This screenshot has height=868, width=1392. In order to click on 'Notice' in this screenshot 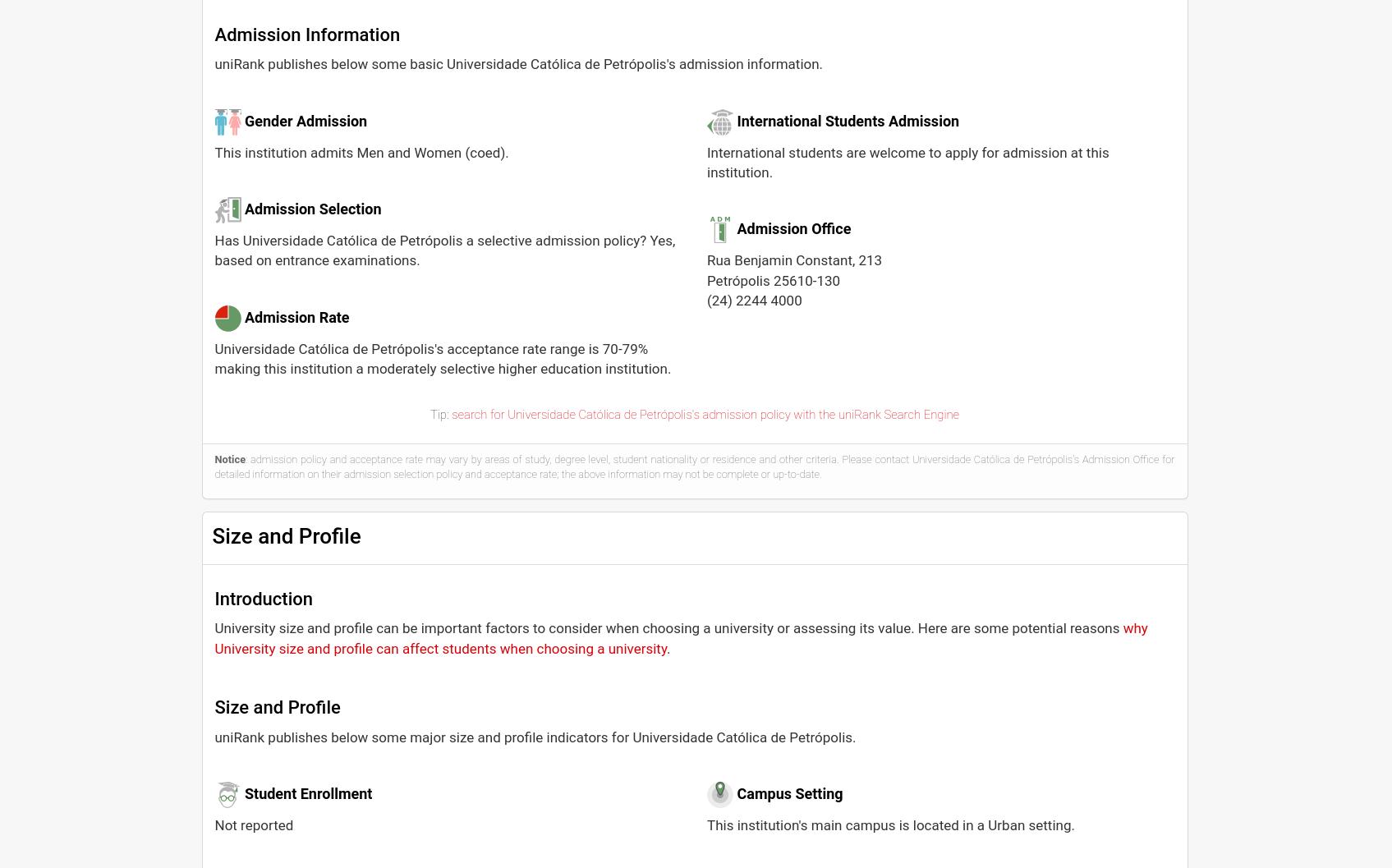, I will do `click(230, 458)`.